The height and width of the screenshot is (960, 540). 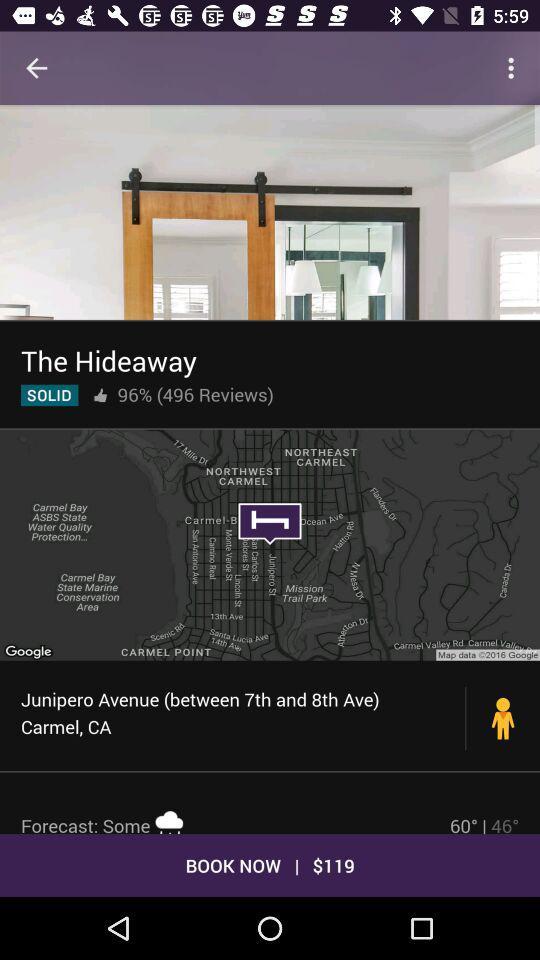 I want to click on the hideaway icon, so click(x=108, y=360).